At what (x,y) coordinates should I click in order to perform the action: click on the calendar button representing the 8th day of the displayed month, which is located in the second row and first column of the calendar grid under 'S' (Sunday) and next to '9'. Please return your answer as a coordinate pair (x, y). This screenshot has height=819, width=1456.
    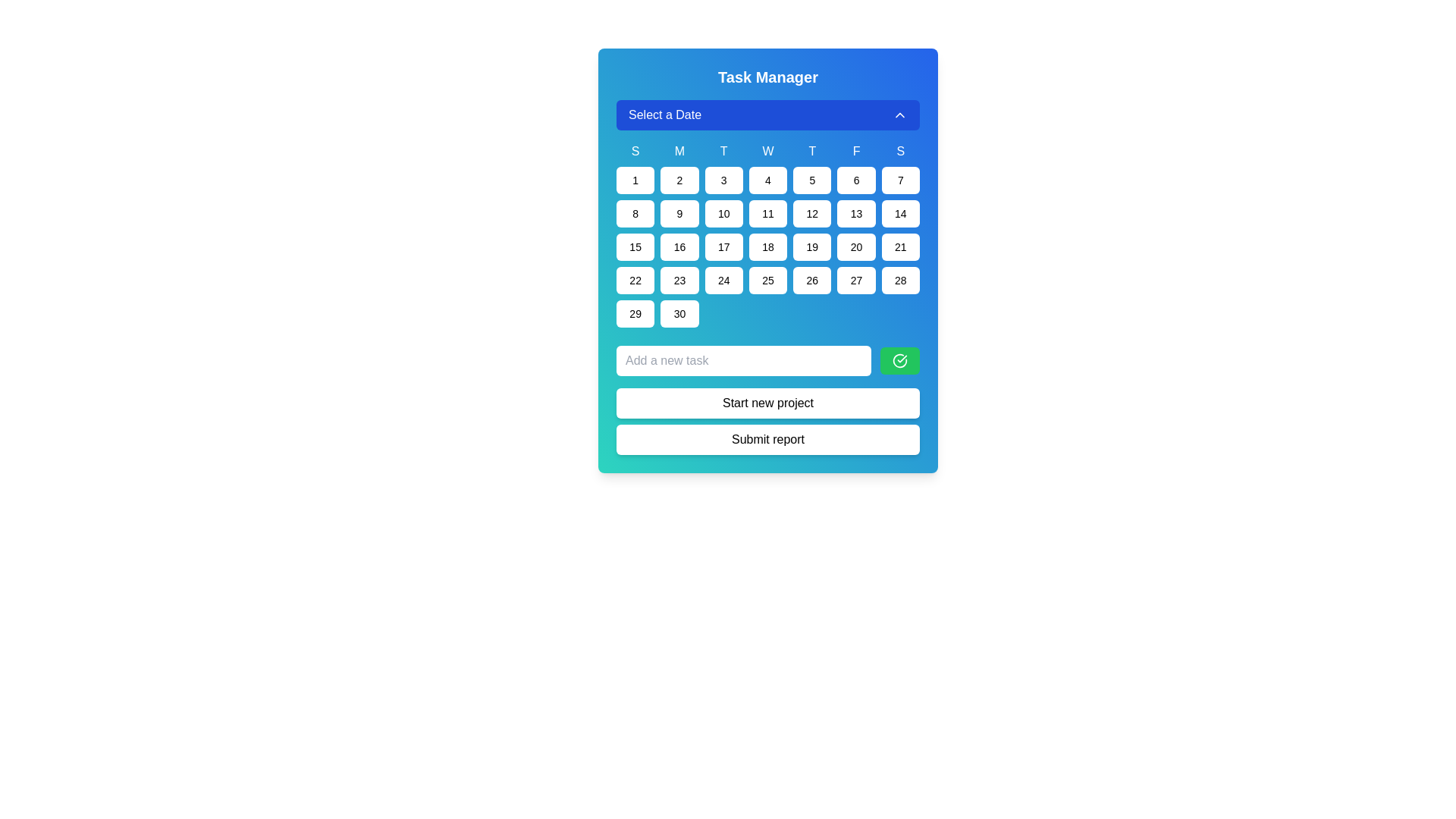
    Looking at the image, I should click on (635, 213).